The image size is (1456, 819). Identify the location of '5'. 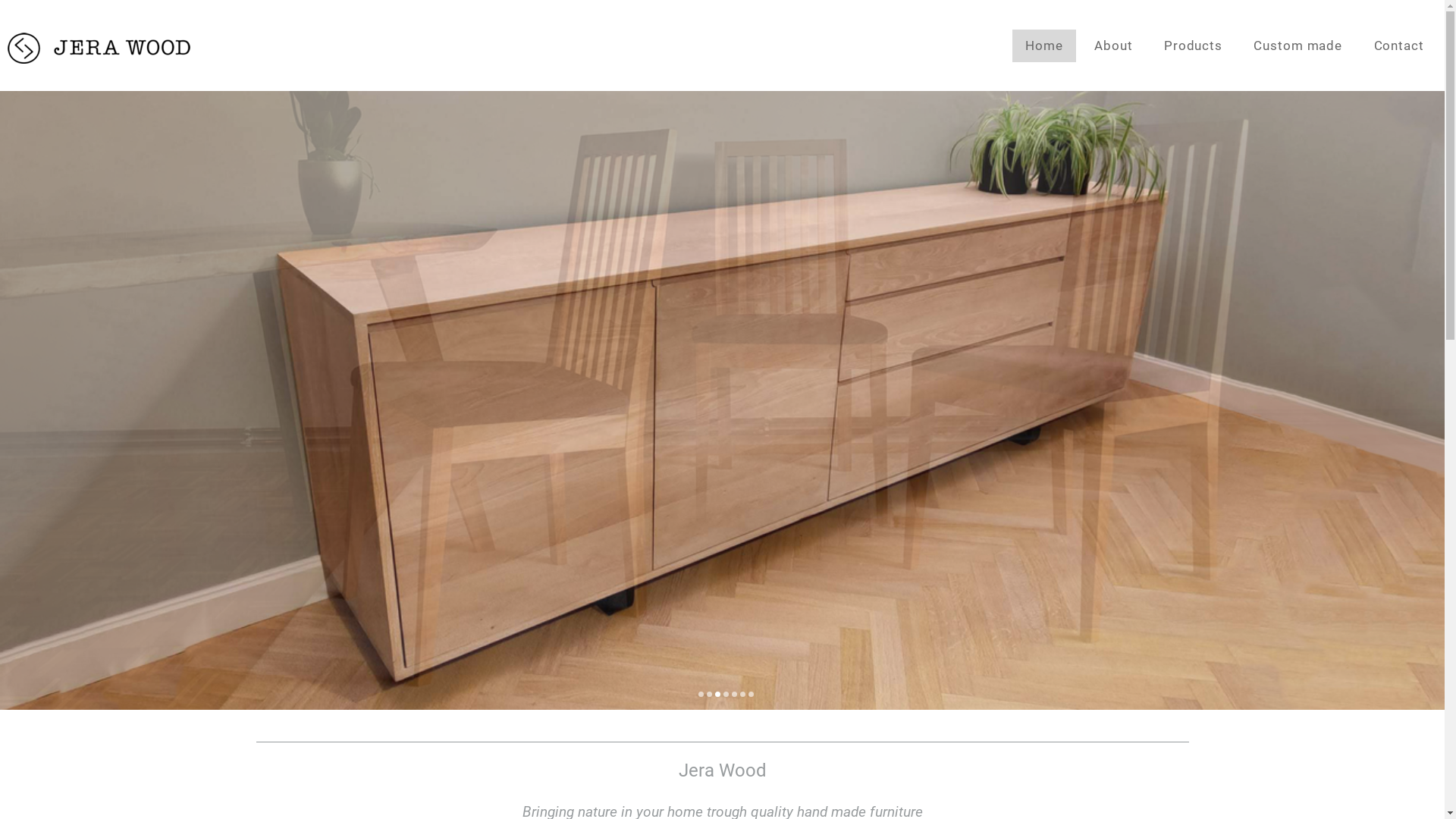
(734, 695).